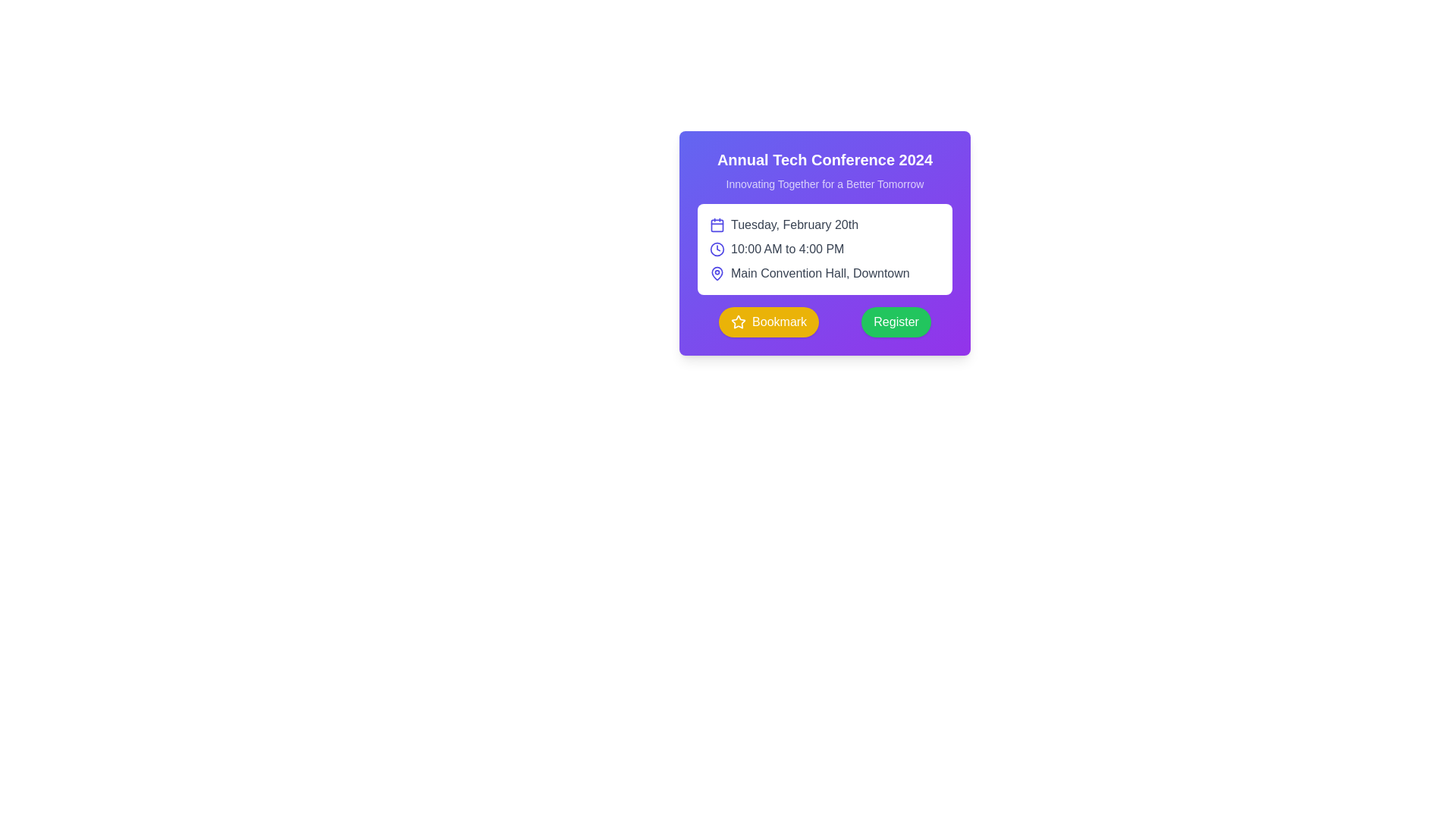 The height and width of the screenshot is (819, 1456). What do you see at coordinates (739, 321) in the screenshot?
I see `the decorative star icon located at the bottom center of the interface, just above the 'Bookmark' button, to interact with it` at bounding box center [739, 321].